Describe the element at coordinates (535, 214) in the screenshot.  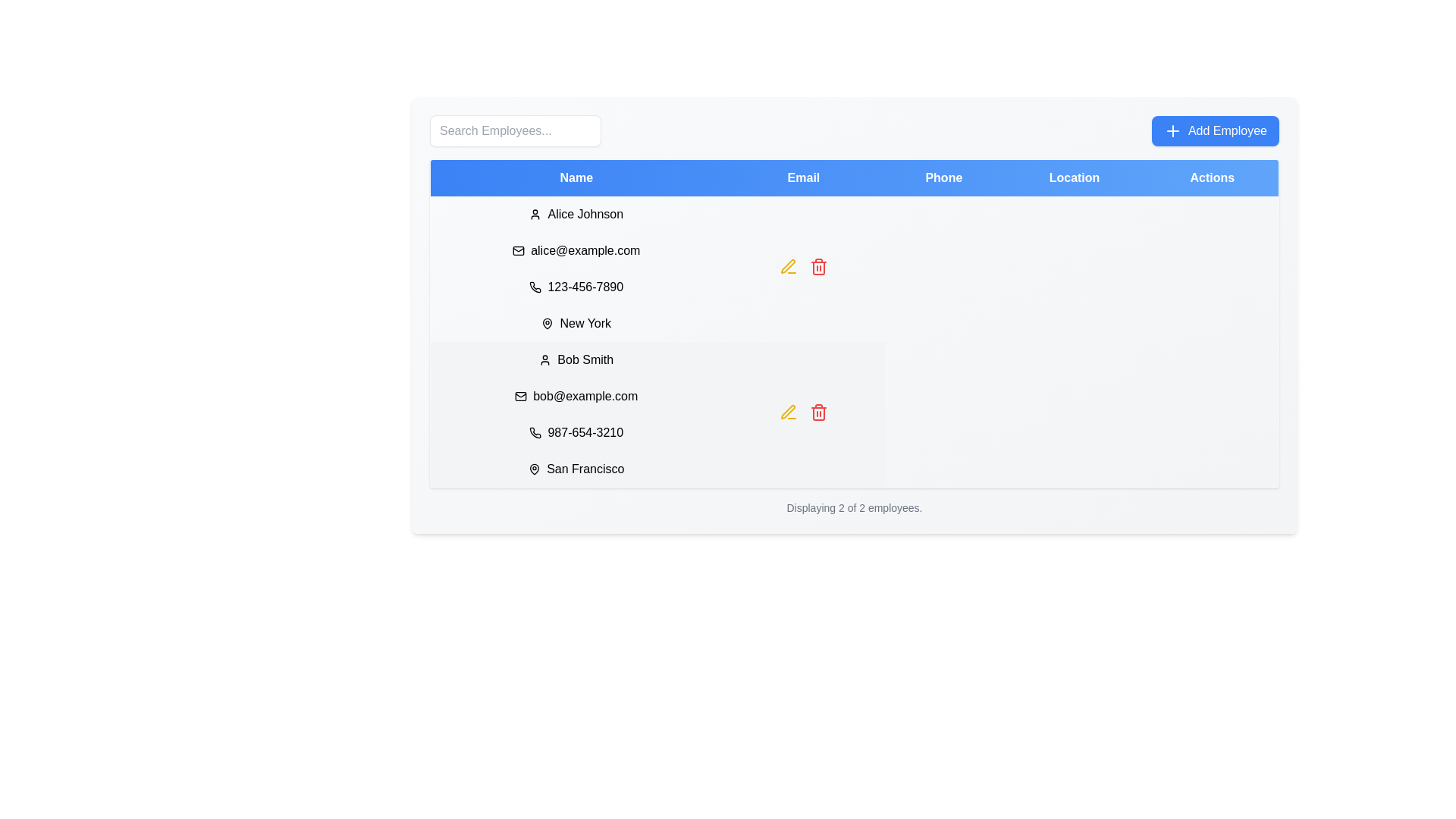
I see `the user icon representing 'Alice Johnson' in the user information table, which is positioned to the left of the text 'Alice Johnson'` at that location.